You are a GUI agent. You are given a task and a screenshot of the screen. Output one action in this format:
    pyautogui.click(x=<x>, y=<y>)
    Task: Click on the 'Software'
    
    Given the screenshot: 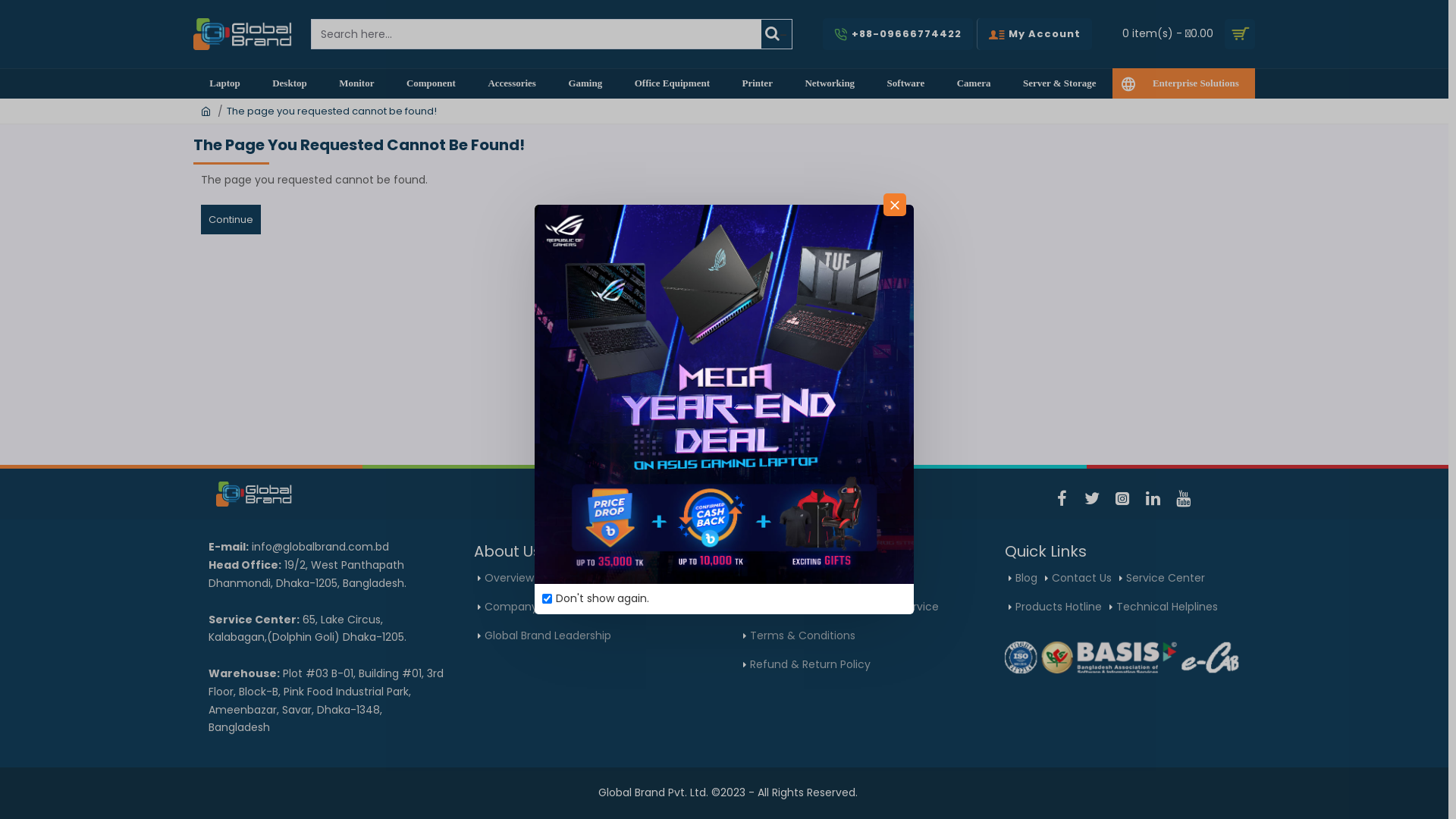 What is the action you would take?
    pyautogui.click(x=870, y=83)
    